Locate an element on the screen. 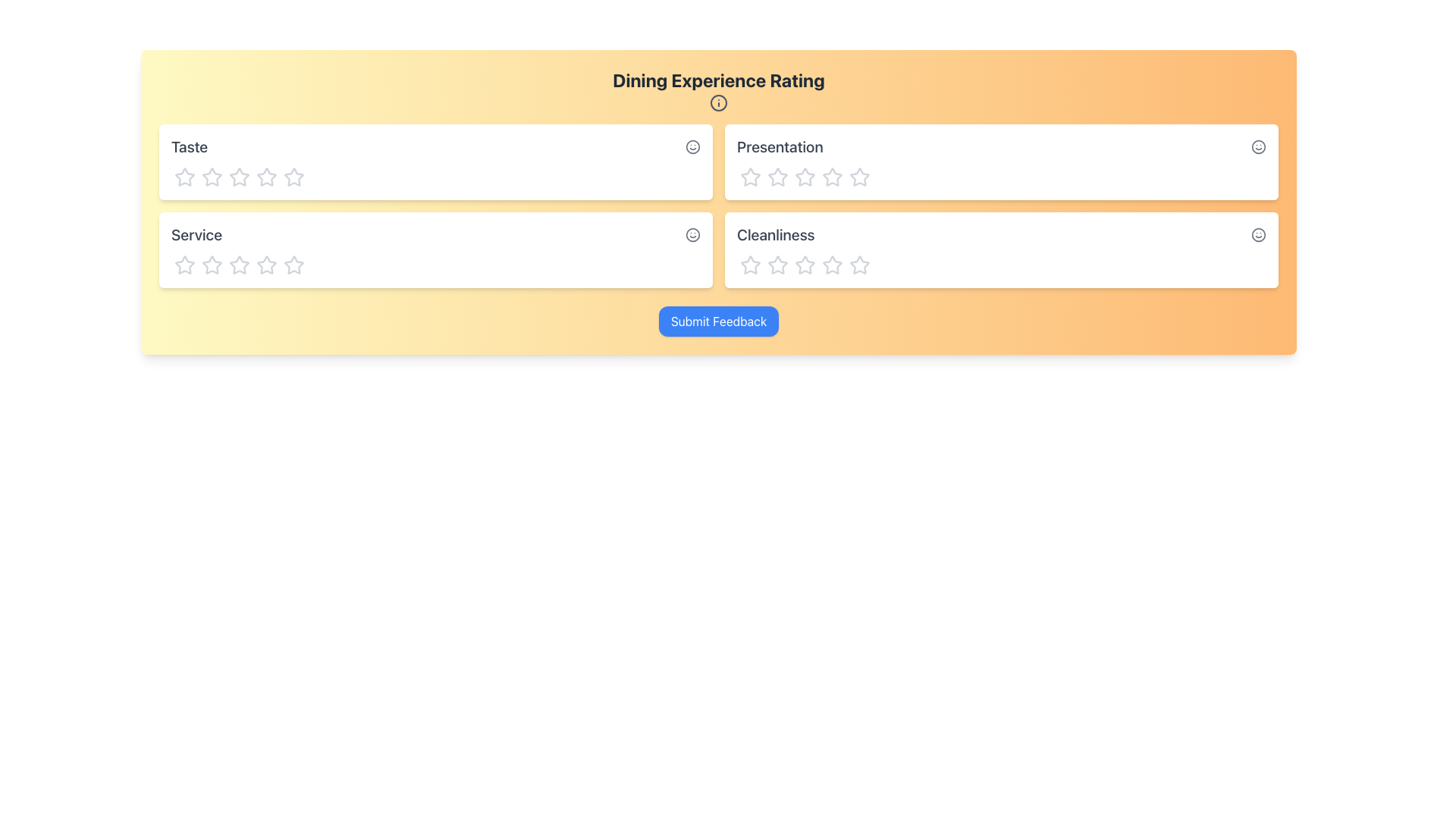 The height and width of the screenshot is (819, 1456). the fourth star icon in the rating indicator below the 'Service' label is located at coordinates (239, 263).